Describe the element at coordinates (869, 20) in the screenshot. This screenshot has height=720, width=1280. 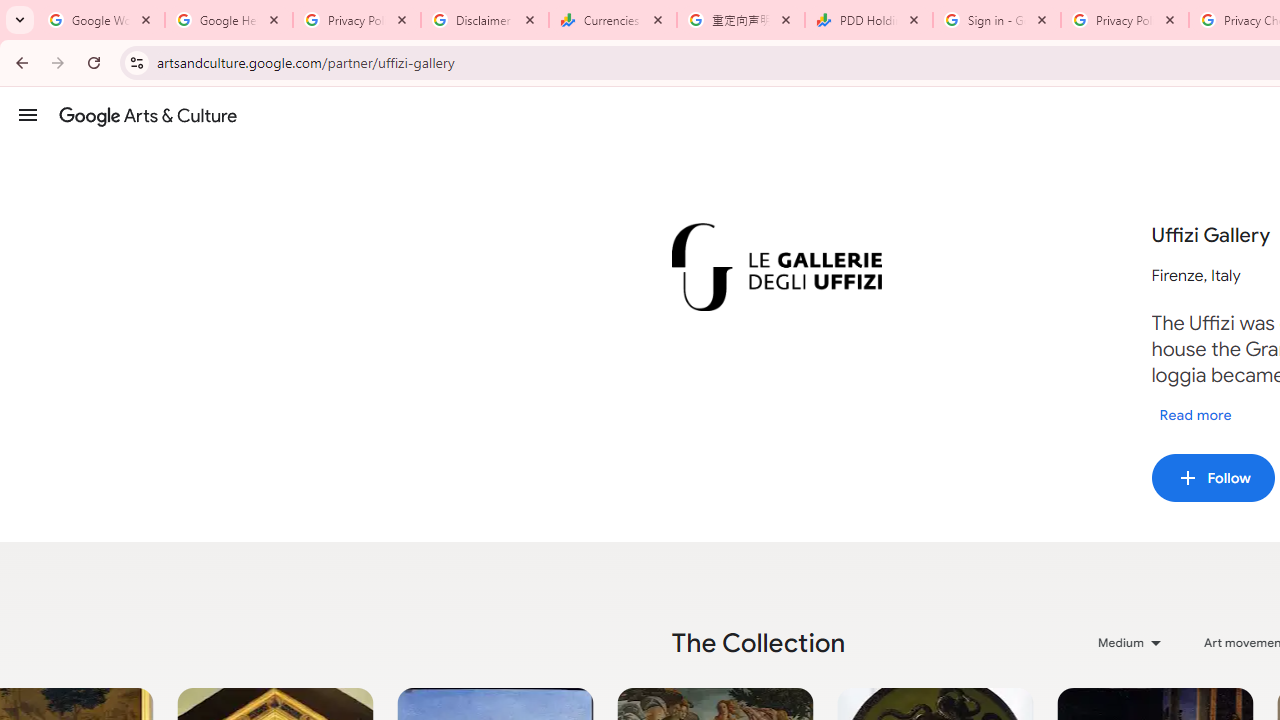
I see `'PDD Holdings Inc - ADR (PDD) Price & News - Google Finance'` at that location.